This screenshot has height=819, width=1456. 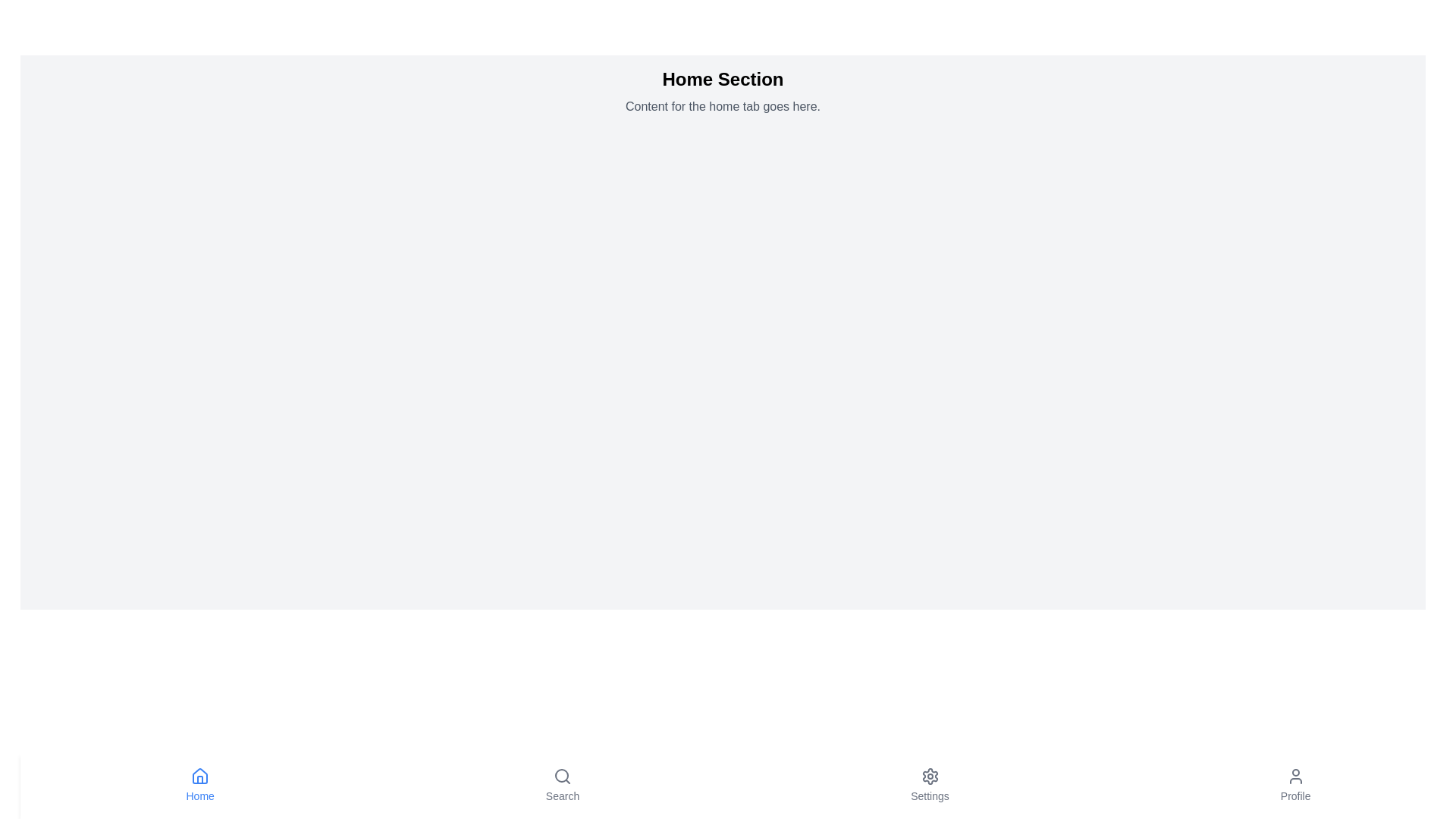 I want to click on the user profile icon located in the bottom-right corner of the interface, so click(x=1294, y=776).